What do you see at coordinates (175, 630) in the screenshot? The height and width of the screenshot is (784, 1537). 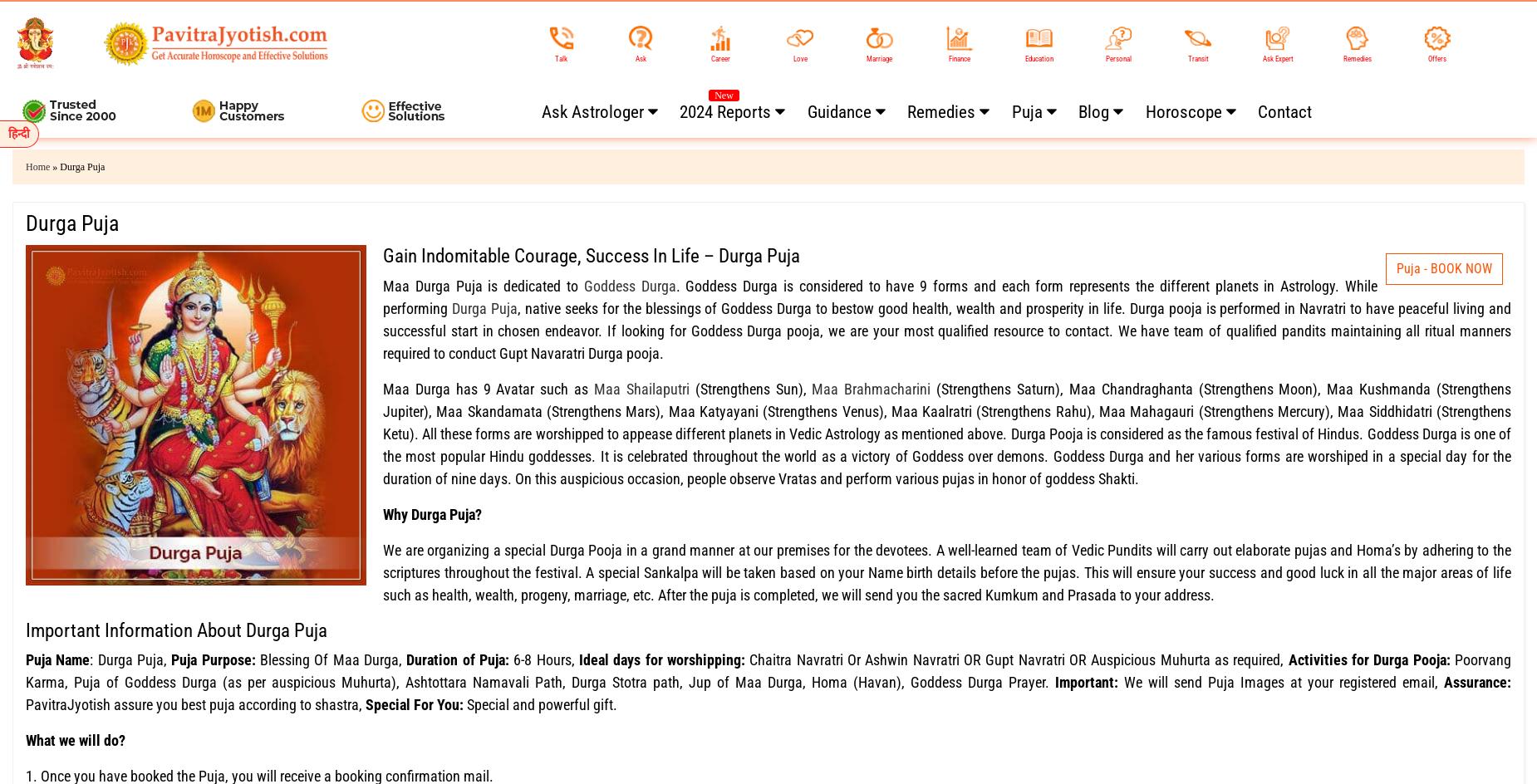 I see `'Important Information About Durga Puja'` at bounding box center [175, 630].